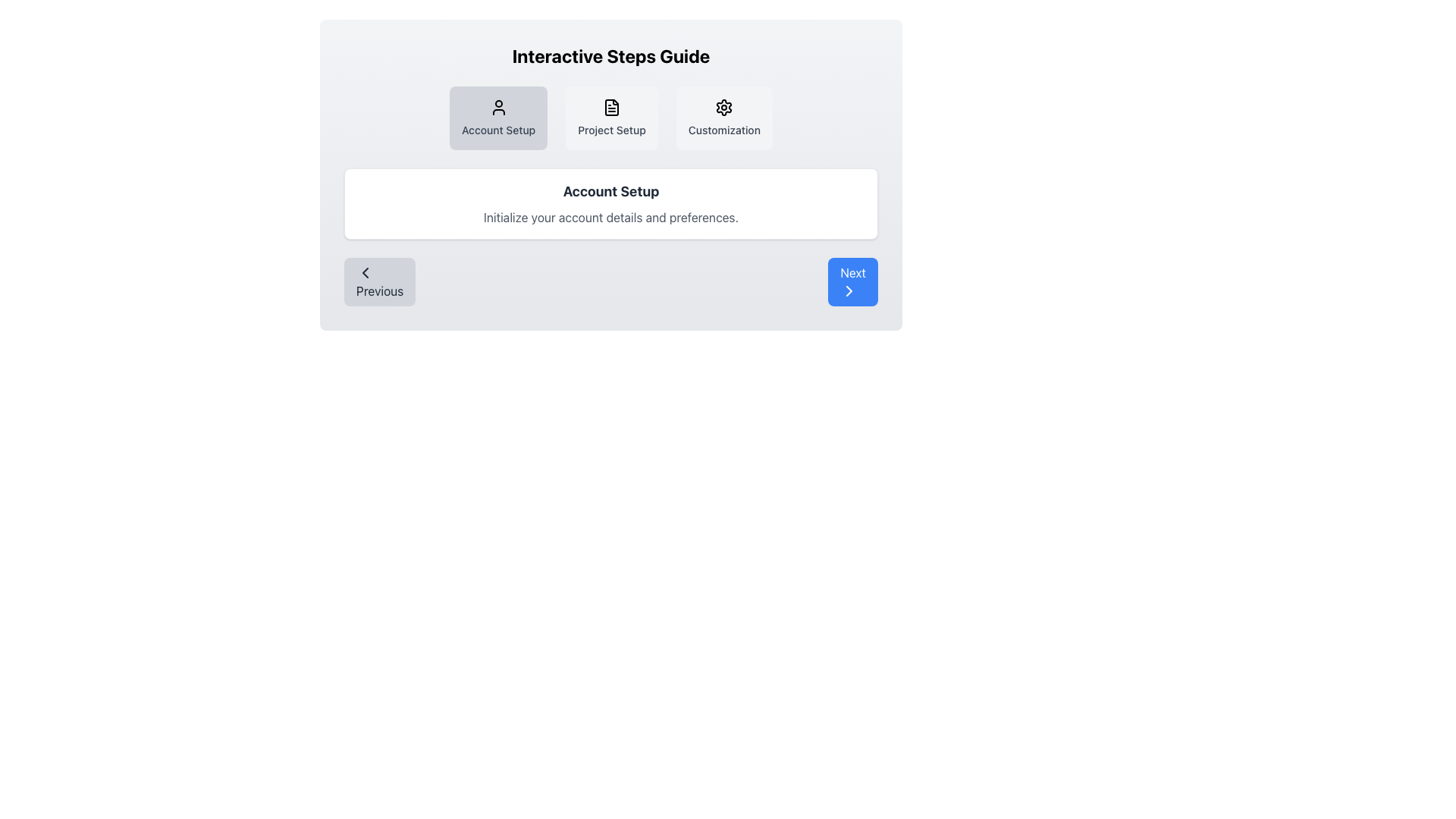  I want to click on the 'Account Setup' text label, which is displayed in gray color below a user icon on the first button in a horizontal arrangement at the top center of the main interface panel, so click(498, 130).